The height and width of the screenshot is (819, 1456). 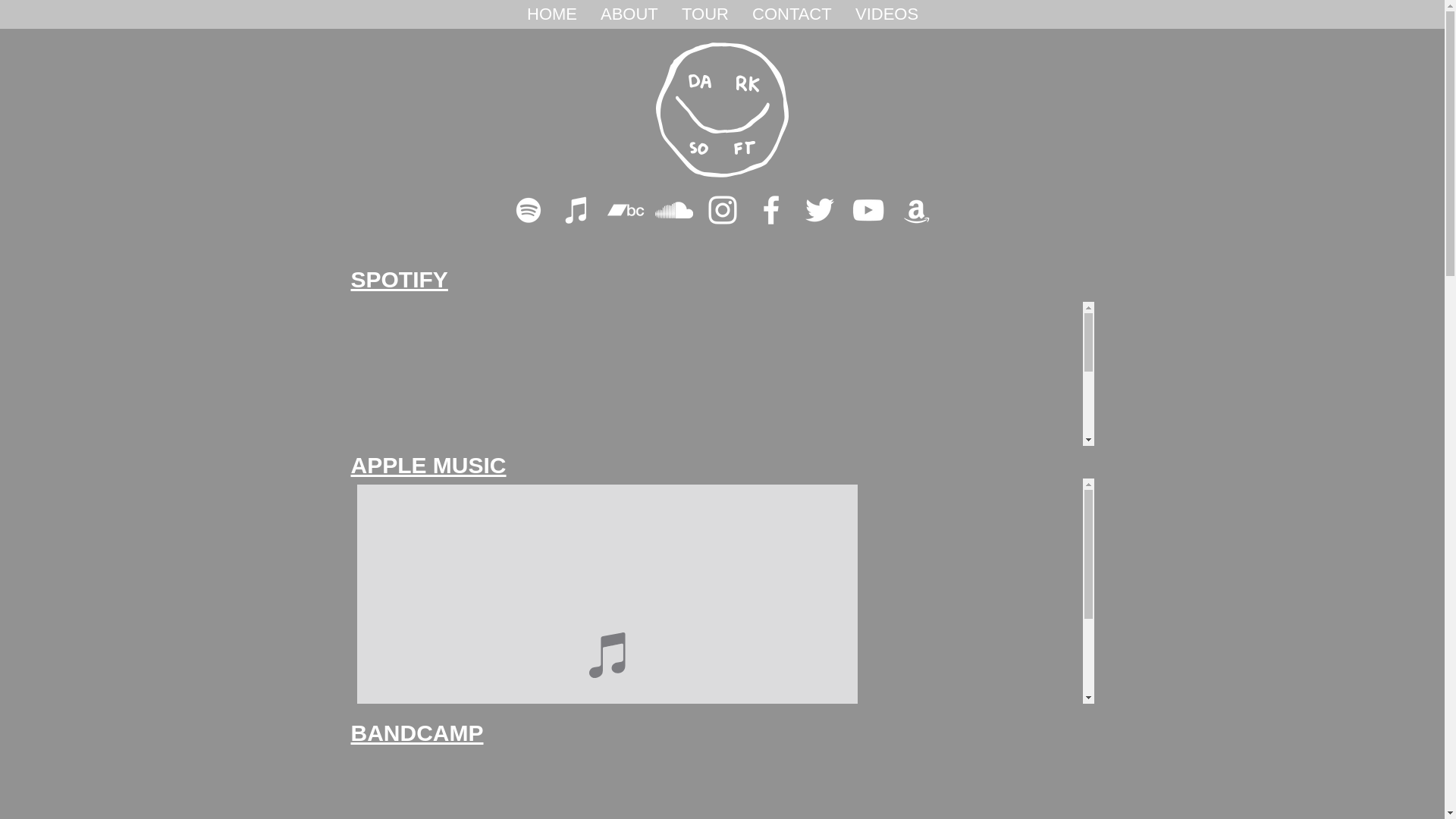 What do you see at coordinates (886, 14) in the screenshot?
I see `'VIDEOS'` at bounding box center [886, 14].